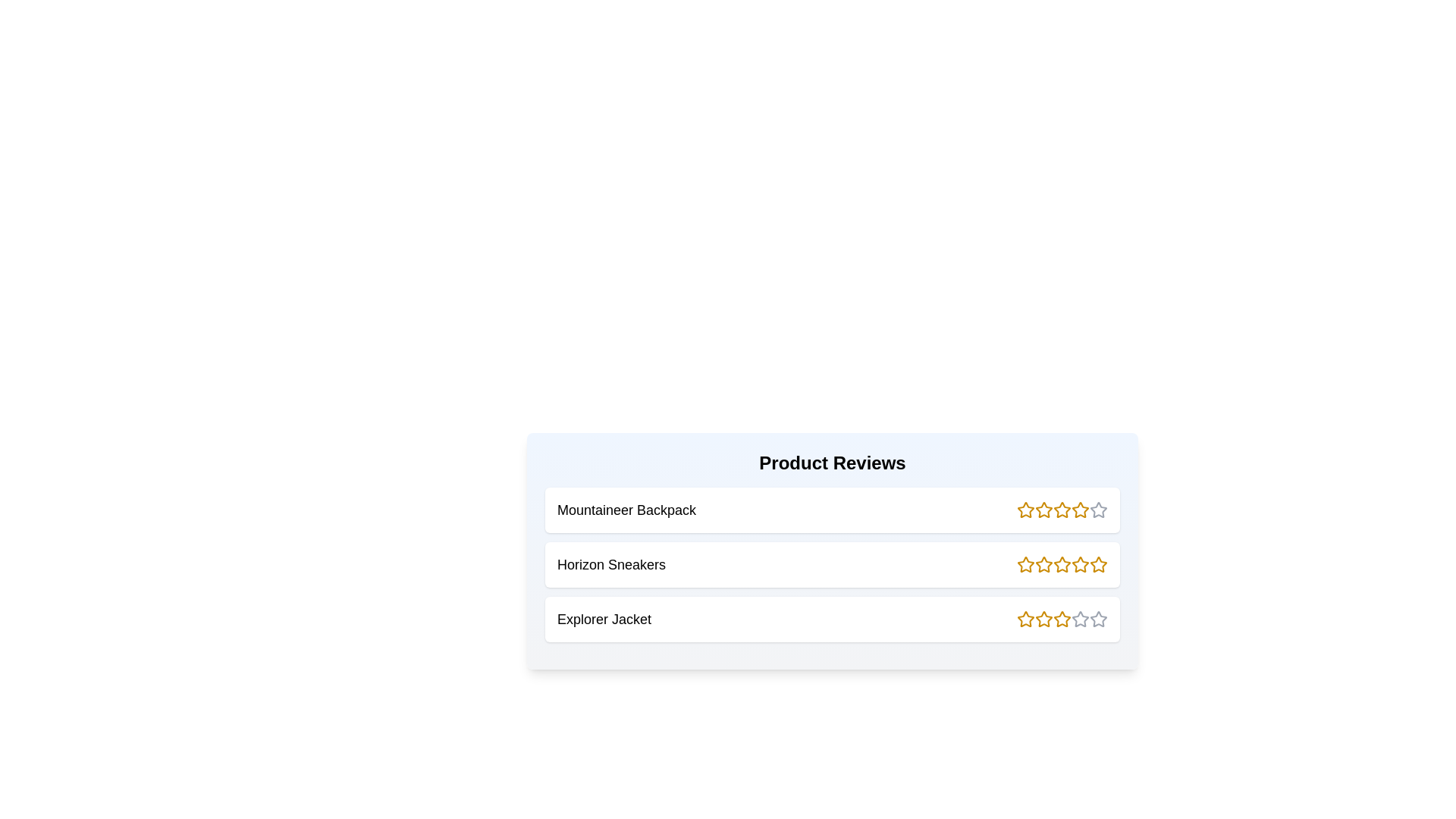  I want to click on the product name Horizon Sneakers to select it, so click(611, 564).